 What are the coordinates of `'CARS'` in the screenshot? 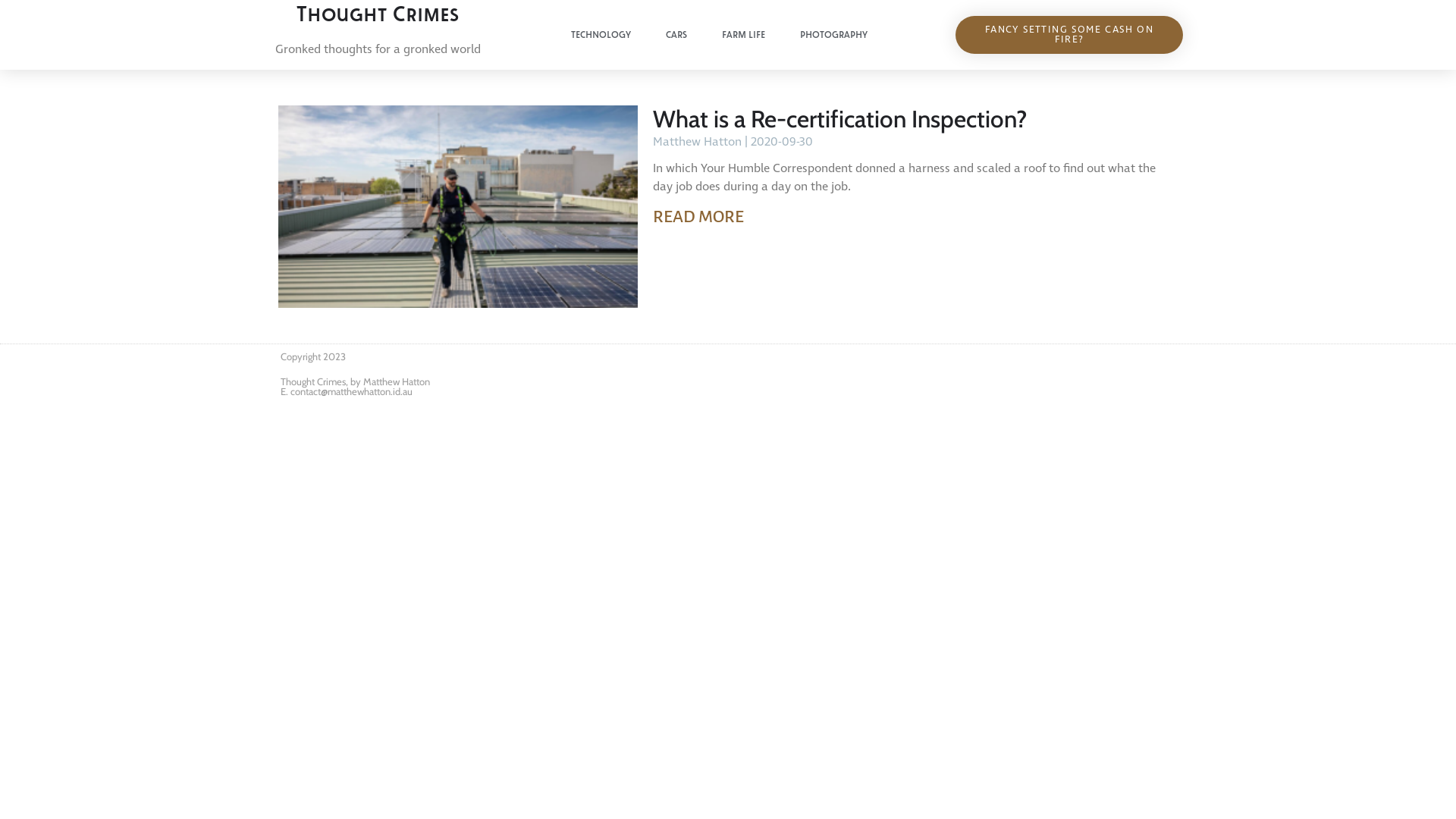 It's located at (676, 34).